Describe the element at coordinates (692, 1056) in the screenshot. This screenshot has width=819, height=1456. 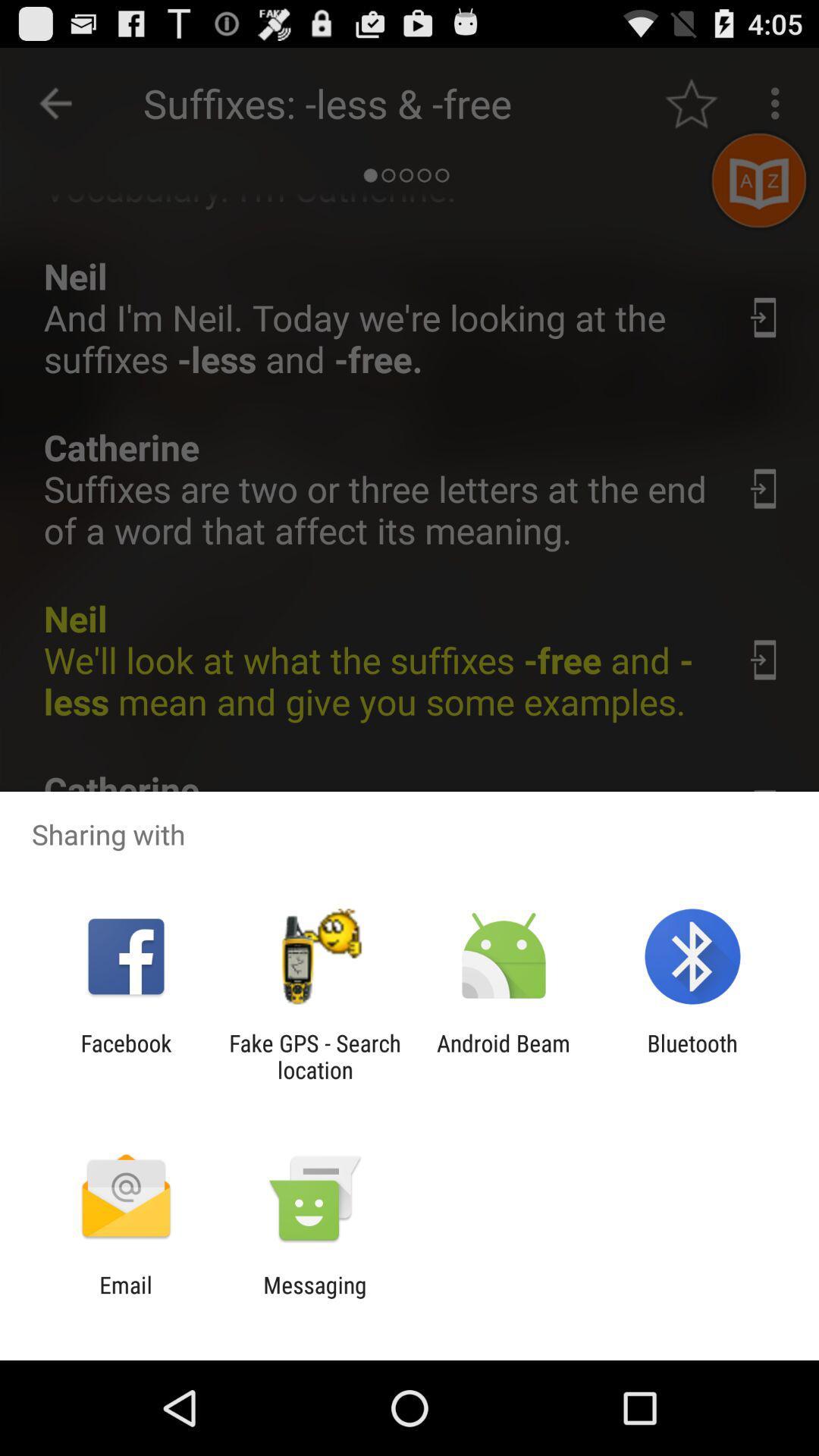
I see `the app at the bottom right corner` at that location.